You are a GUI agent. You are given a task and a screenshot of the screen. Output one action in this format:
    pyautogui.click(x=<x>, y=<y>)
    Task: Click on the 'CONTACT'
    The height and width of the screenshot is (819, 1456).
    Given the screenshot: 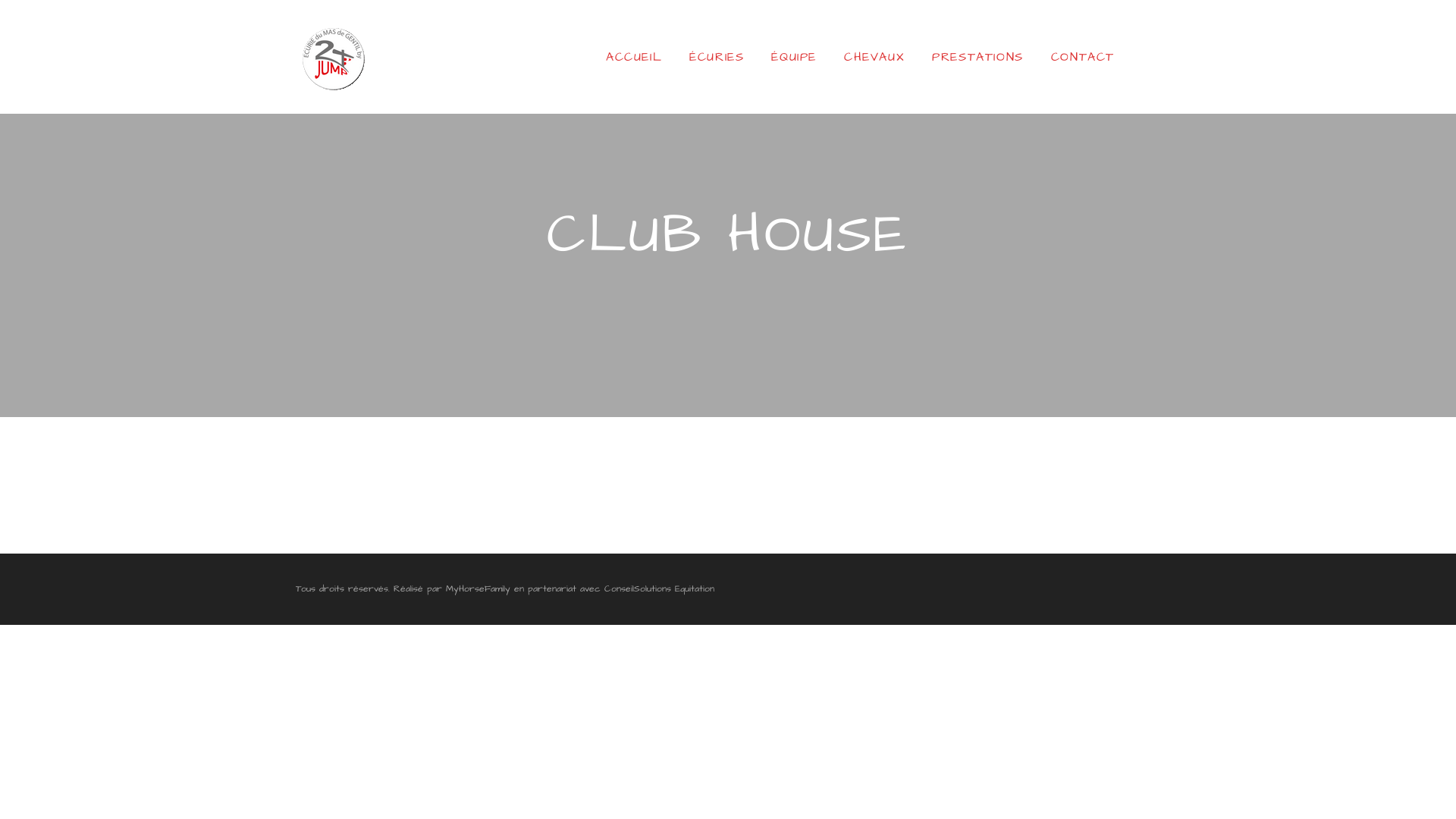 What is the action you would take?
    pyautogui.click(x=1082, y=55)
    